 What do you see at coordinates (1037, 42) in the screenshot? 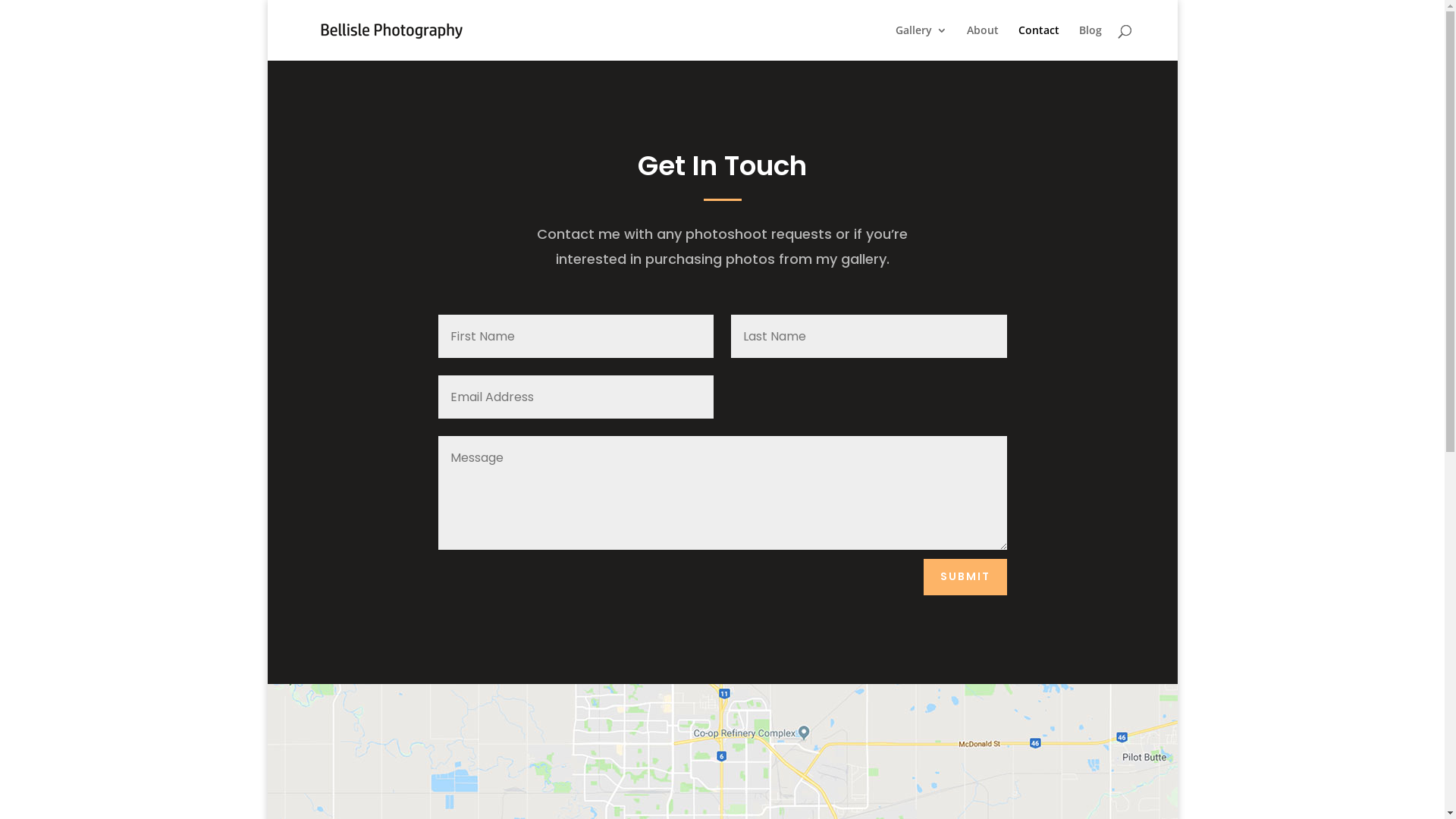
I see `'Contact'` at bounding box center [1037, 42].